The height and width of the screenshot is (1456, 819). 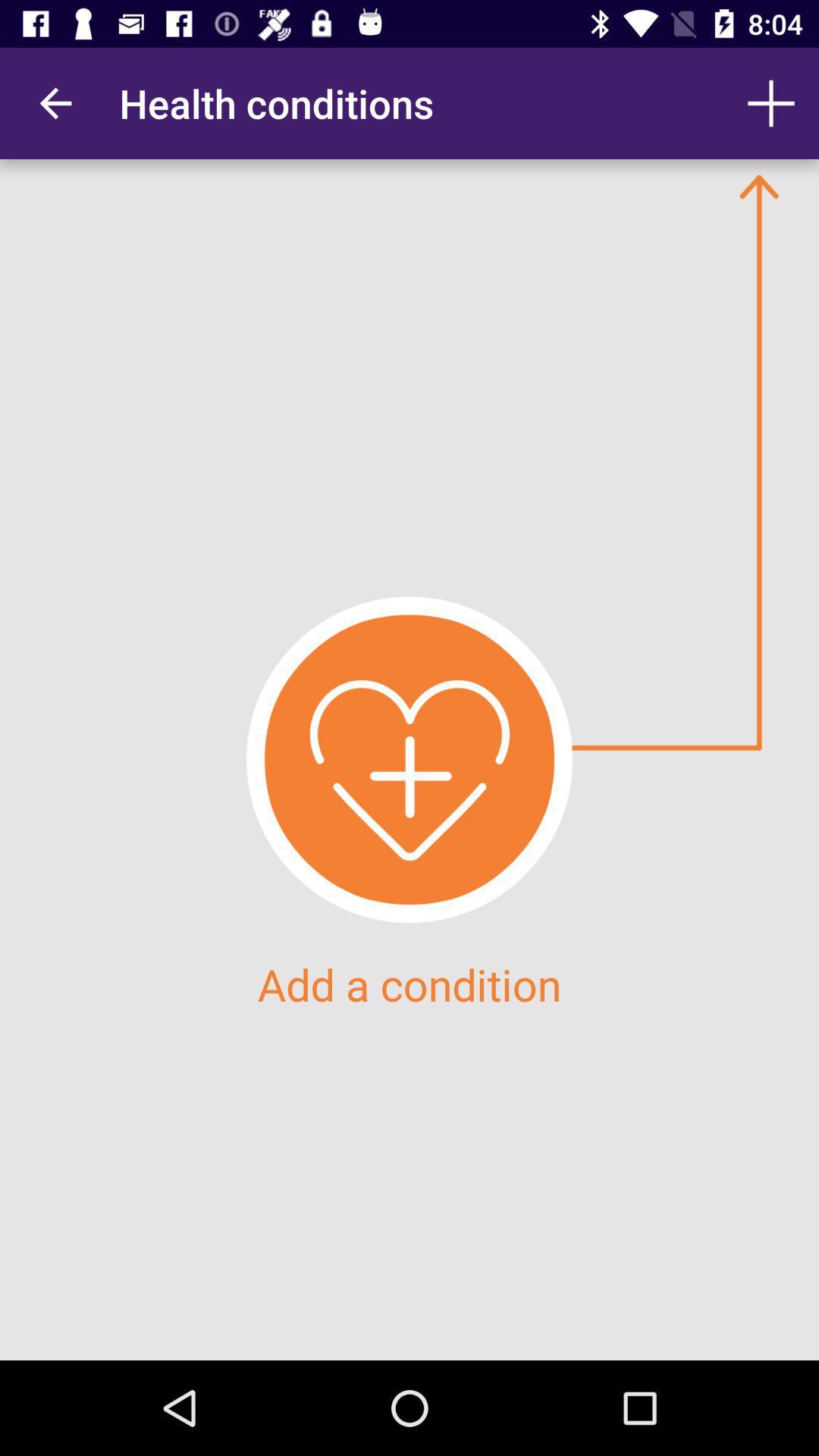 What do you see at coordinates (55, 102) in the screenshot?
I see `app to the left of the health conditions item` at bounding box center [55, 102].